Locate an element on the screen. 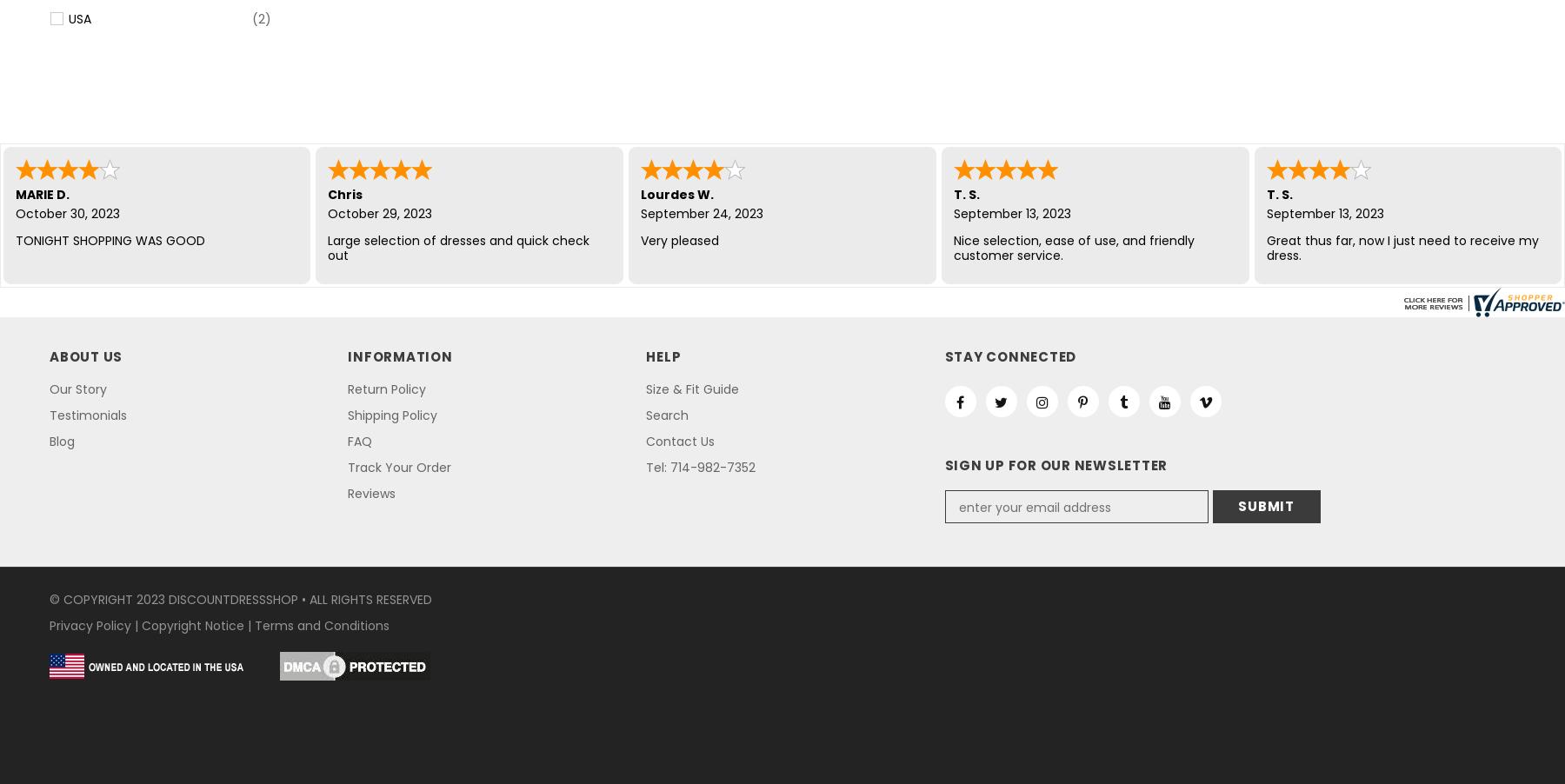 The height and width of the screenshot is (784, 1565). 'Delores' is located at coordinates (15, 193).